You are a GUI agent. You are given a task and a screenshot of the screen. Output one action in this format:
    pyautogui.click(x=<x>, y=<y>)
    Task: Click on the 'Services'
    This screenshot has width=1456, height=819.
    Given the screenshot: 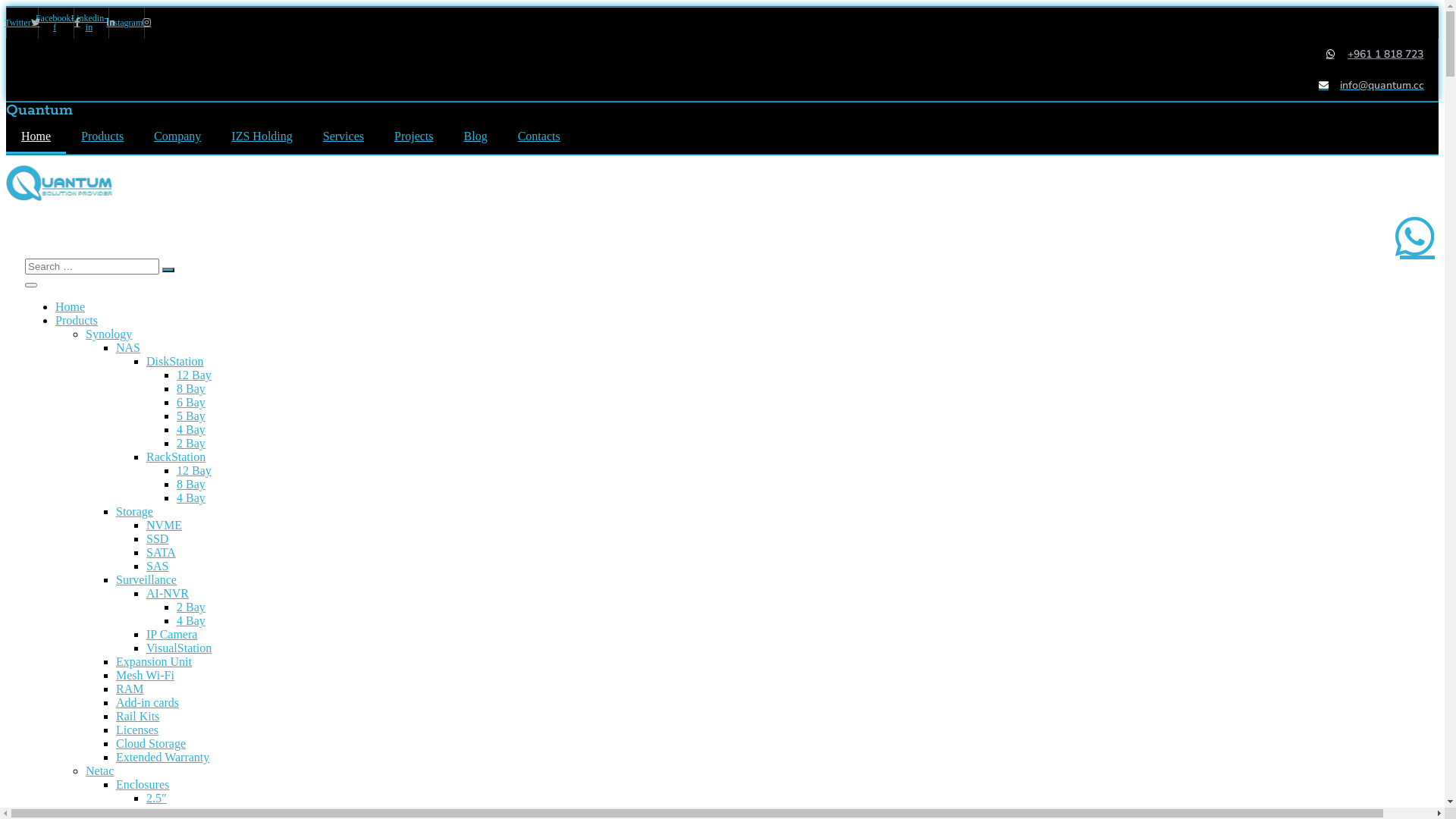 What is the action you would take?
    pyautogui.click(x=342, y=136)
    